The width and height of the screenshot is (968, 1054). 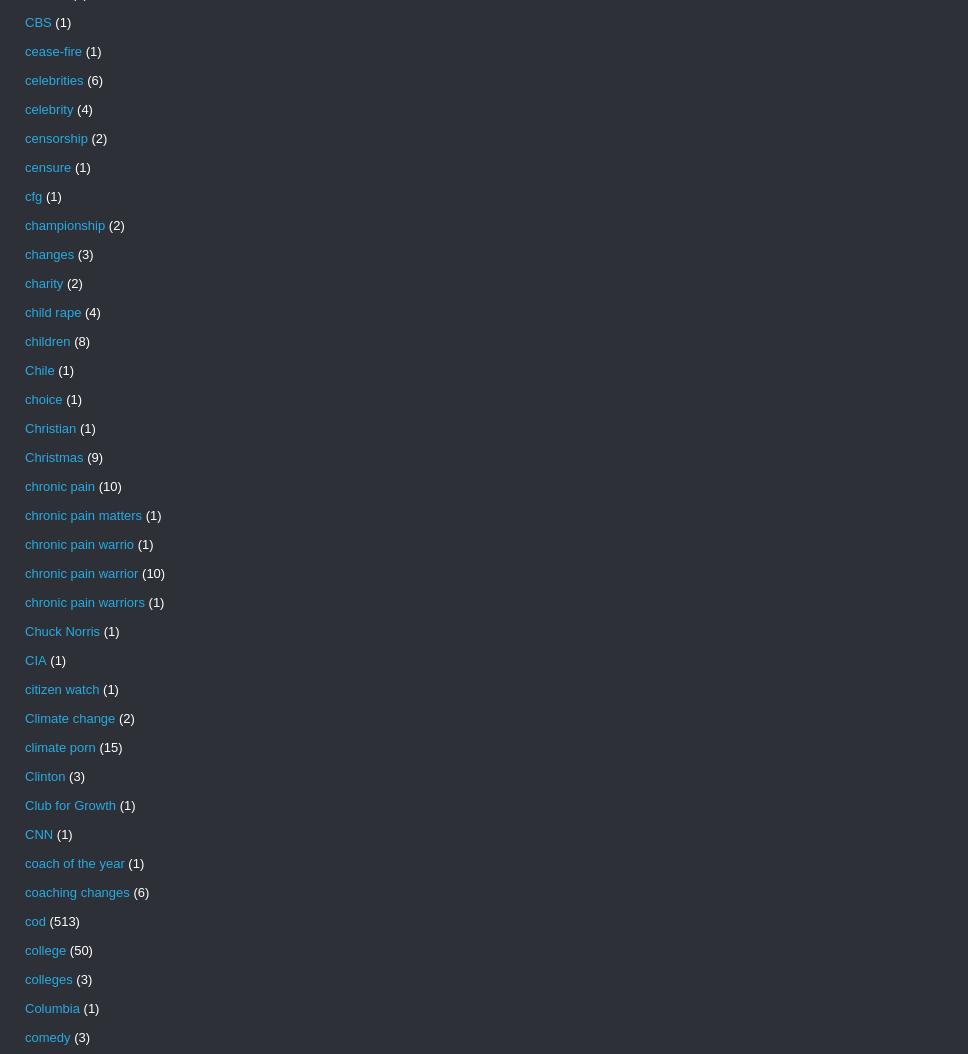 I want to click on 'college', so click(x=24, y=950).